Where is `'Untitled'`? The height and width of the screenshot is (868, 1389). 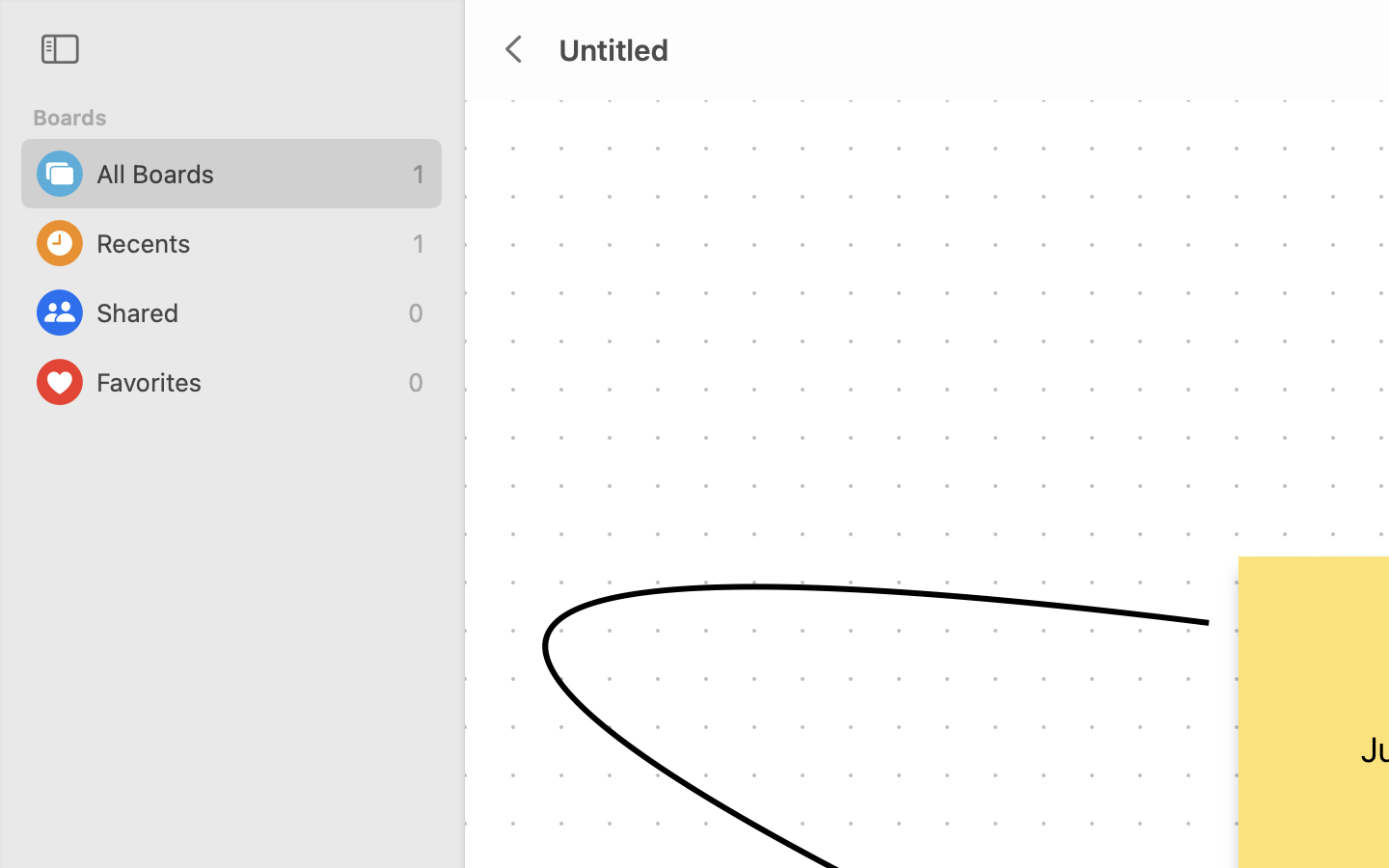
'Untitled' is located at coordinates (612, 48).